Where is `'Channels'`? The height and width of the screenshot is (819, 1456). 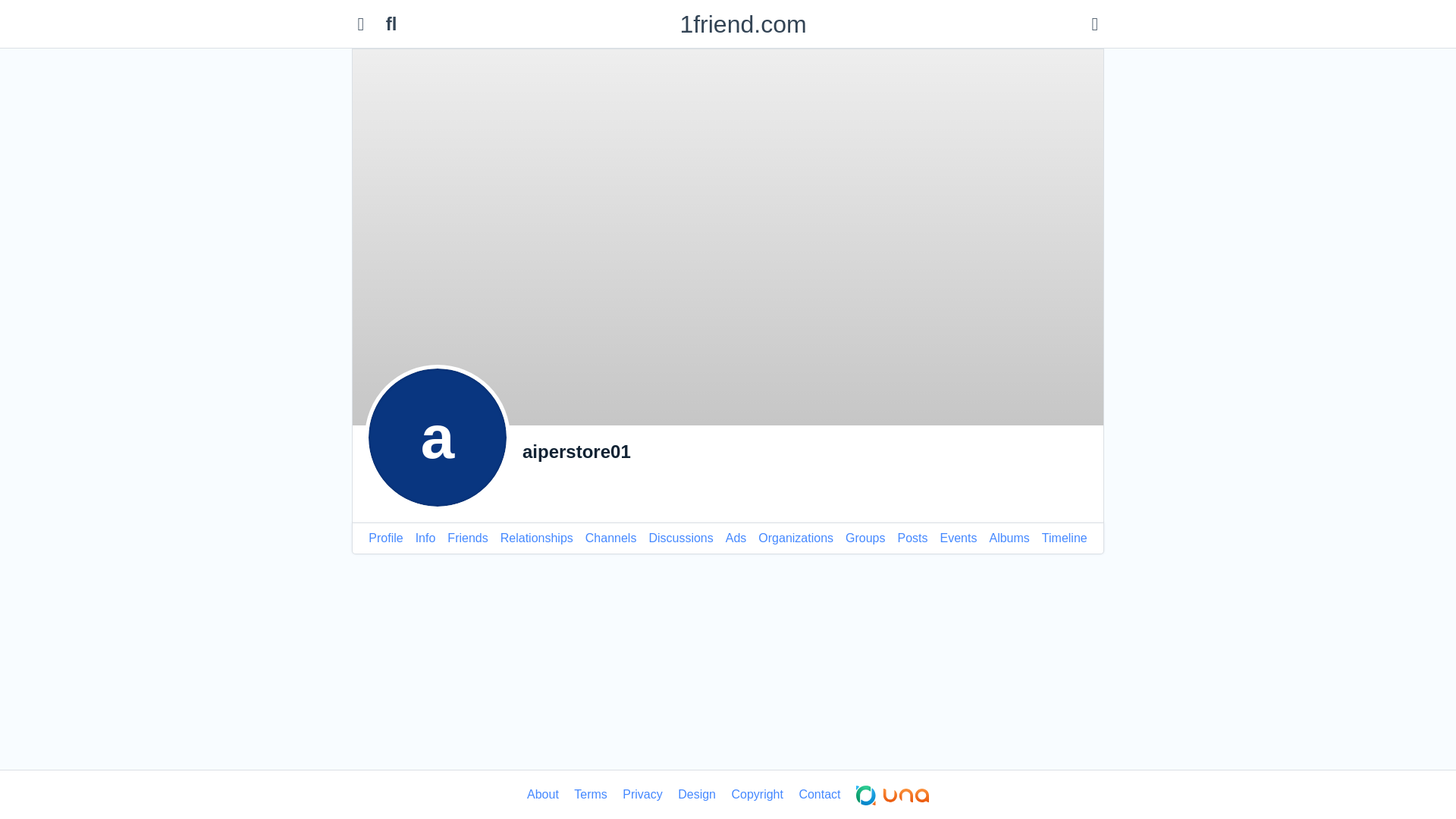 'Channels' is located at coordinates (611, 537).